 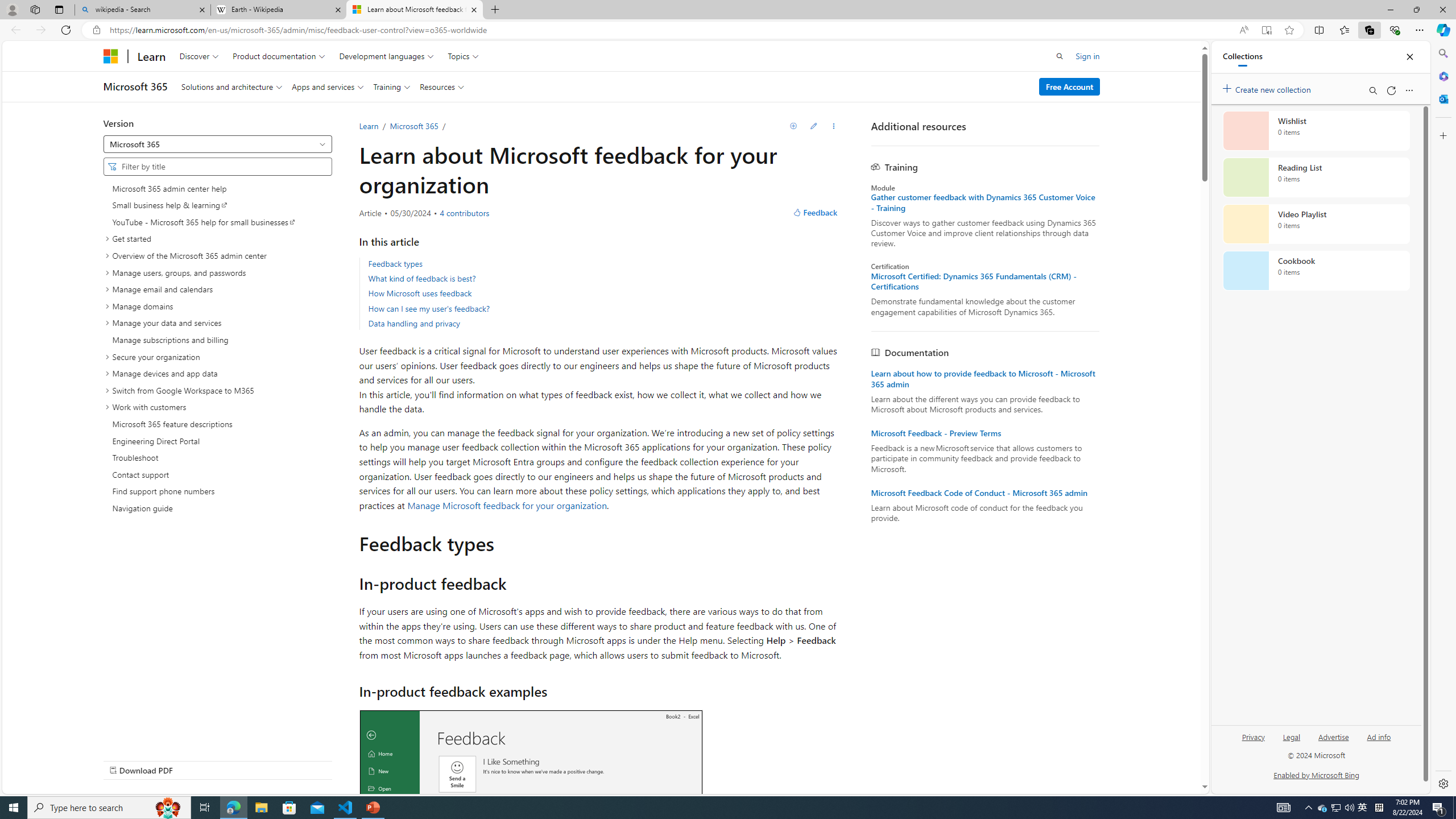 What do you see at coordinates (40, 29) in the screenshot?
I see `'Forward'` at bounding box center [40, 29].